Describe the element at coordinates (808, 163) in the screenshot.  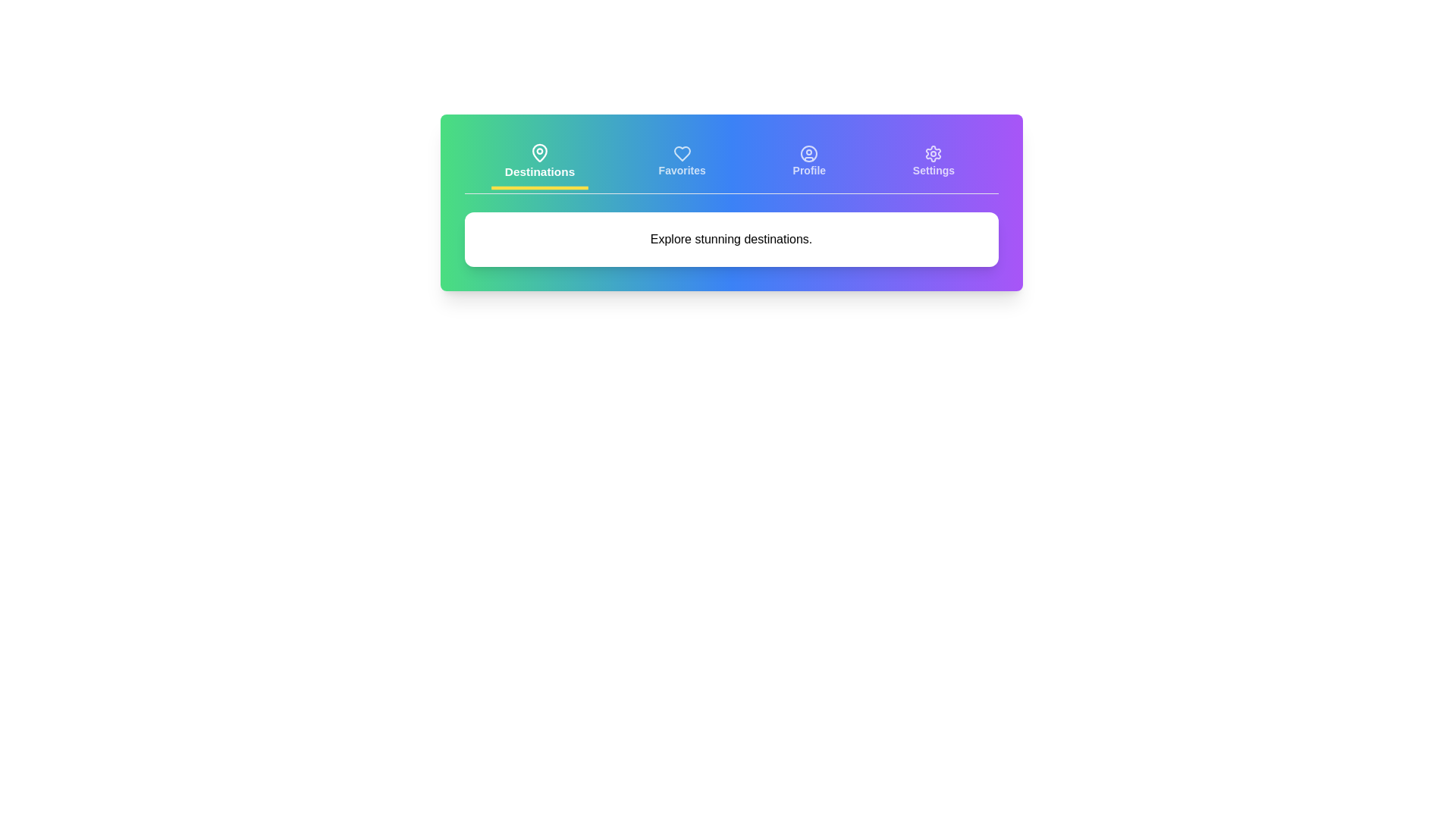
I see `the tab labeled Profile to preview its state change` at that location.